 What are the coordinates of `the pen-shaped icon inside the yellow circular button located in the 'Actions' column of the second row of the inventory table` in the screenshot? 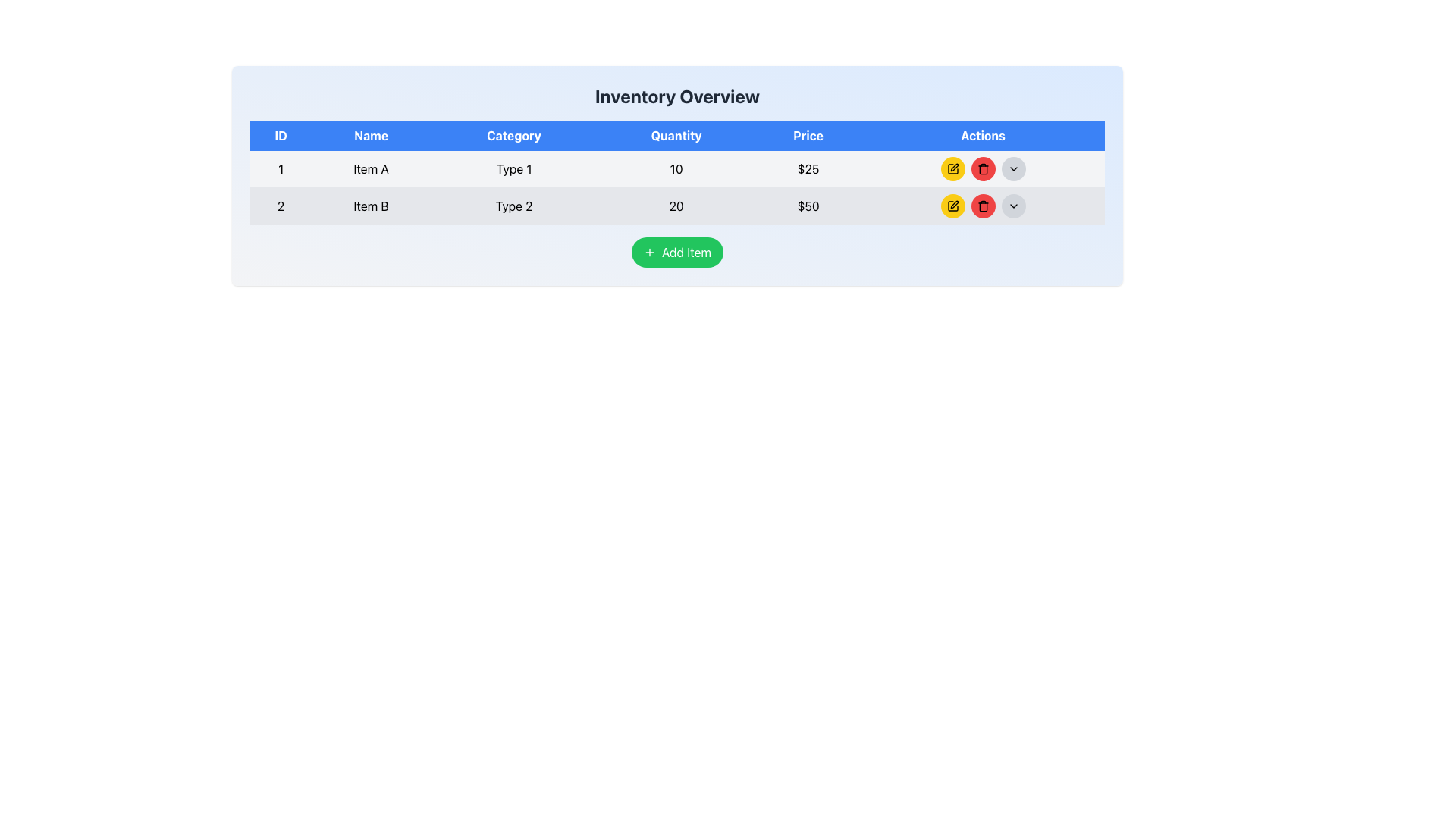 It's located at (952, 167).